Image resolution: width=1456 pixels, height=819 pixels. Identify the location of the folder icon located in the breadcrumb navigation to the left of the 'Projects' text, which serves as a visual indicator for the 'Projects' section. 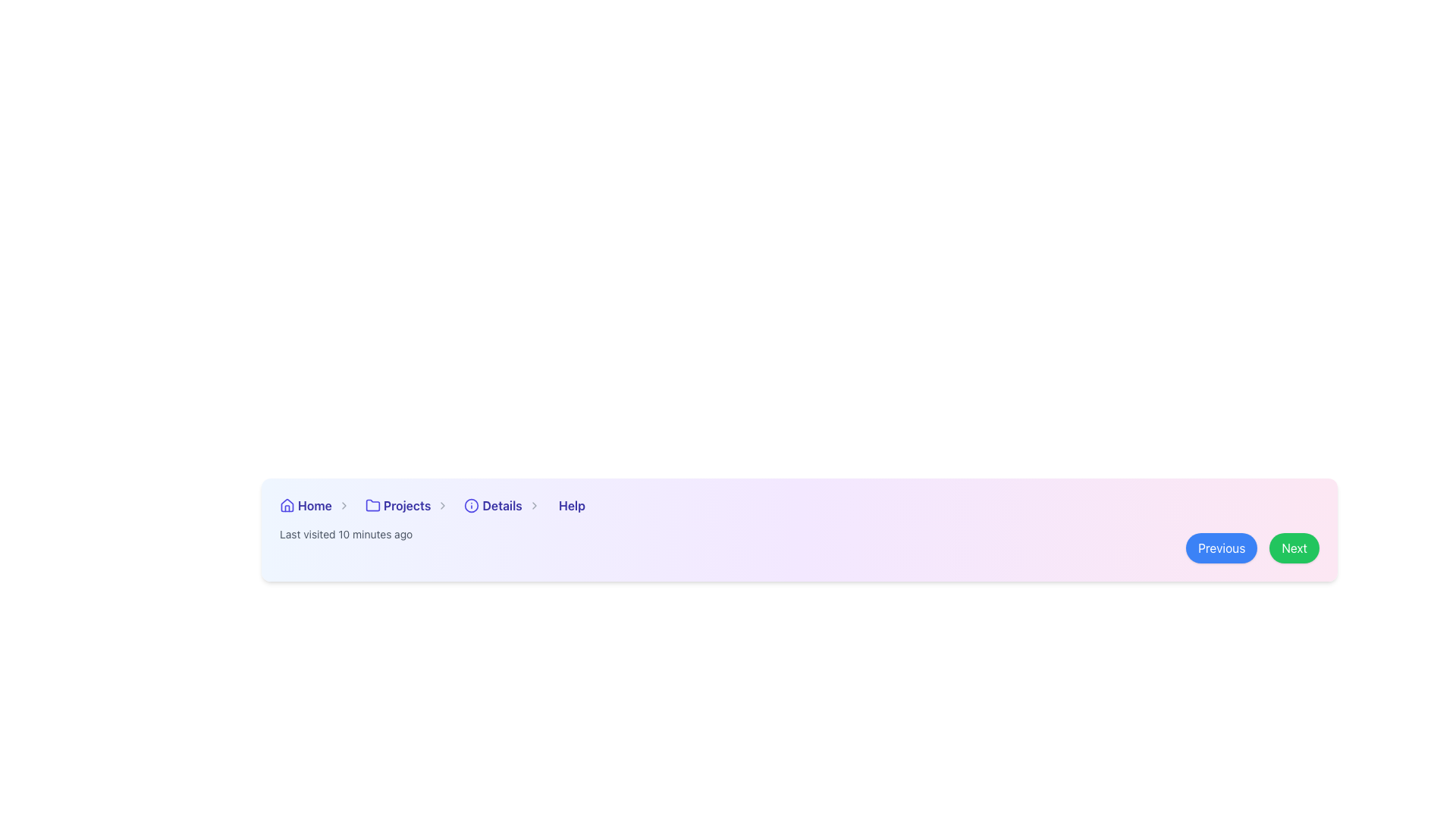
(372, 506).